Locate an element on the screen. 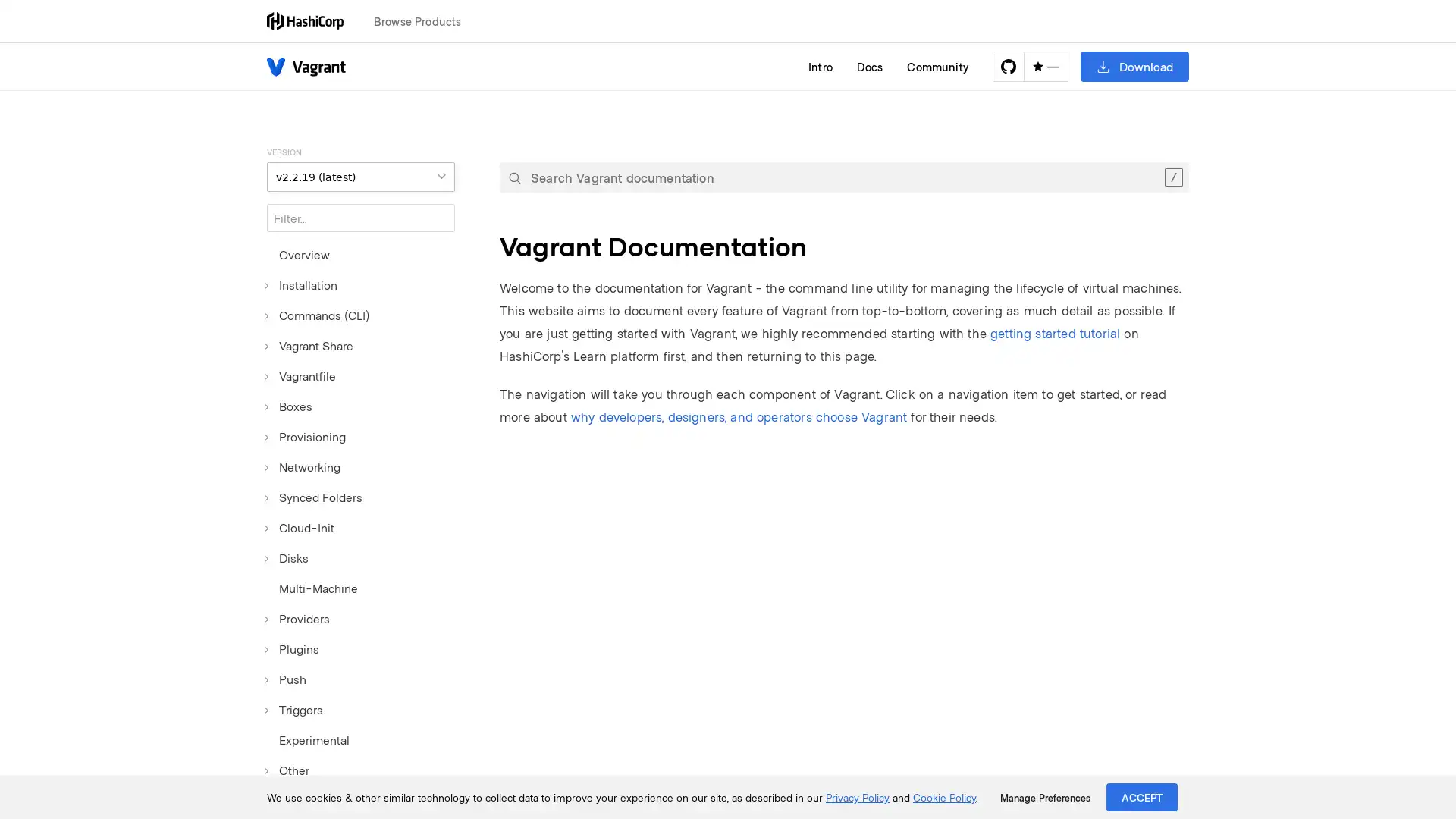 The image size is (1456, 819). Synced Folders is located at coordinates (313, 497).